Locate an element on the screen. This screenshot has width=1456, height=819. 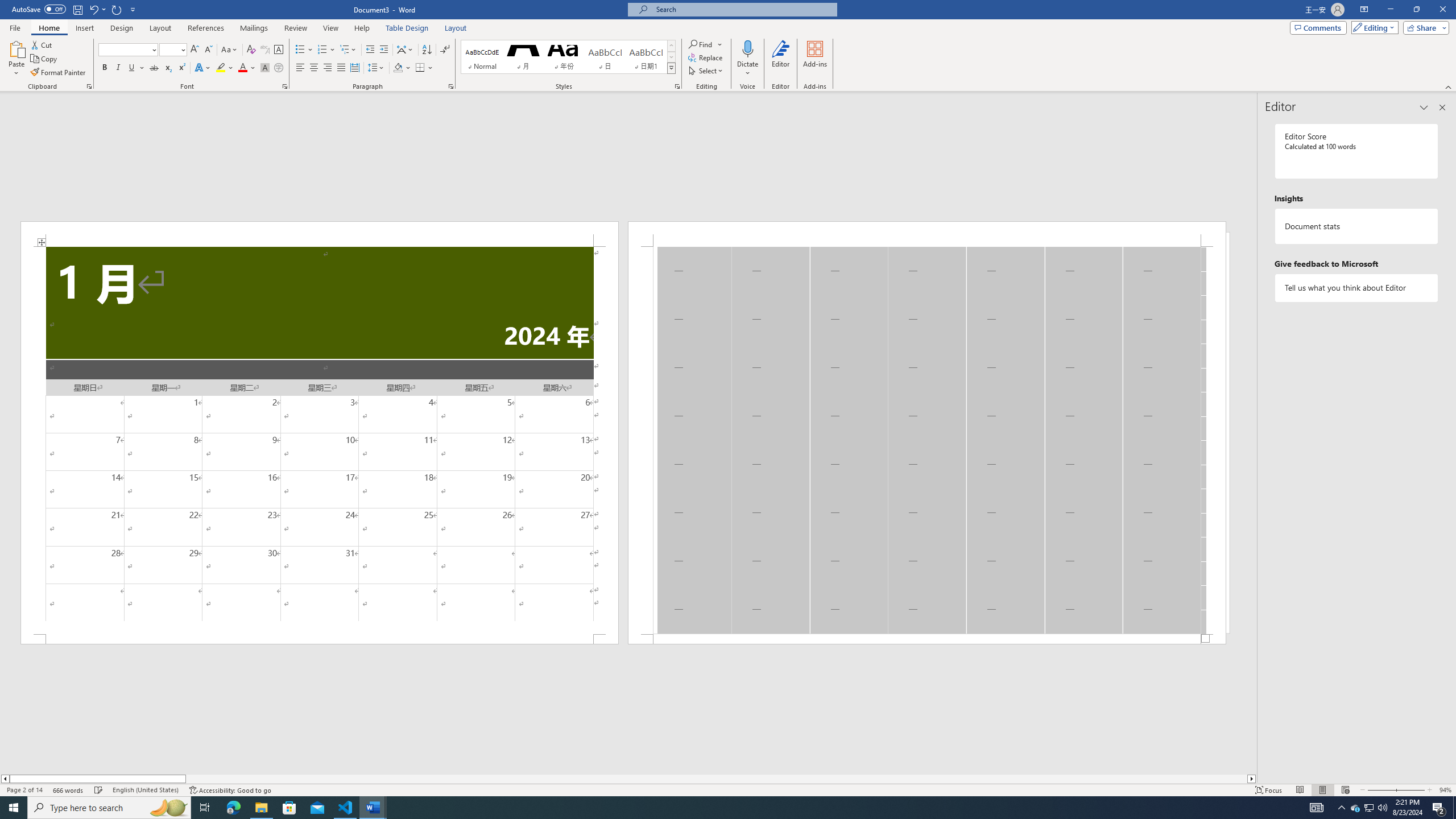
'Accessibility Checker Accessibility: Good to go' is located at coordinates (230, 790).